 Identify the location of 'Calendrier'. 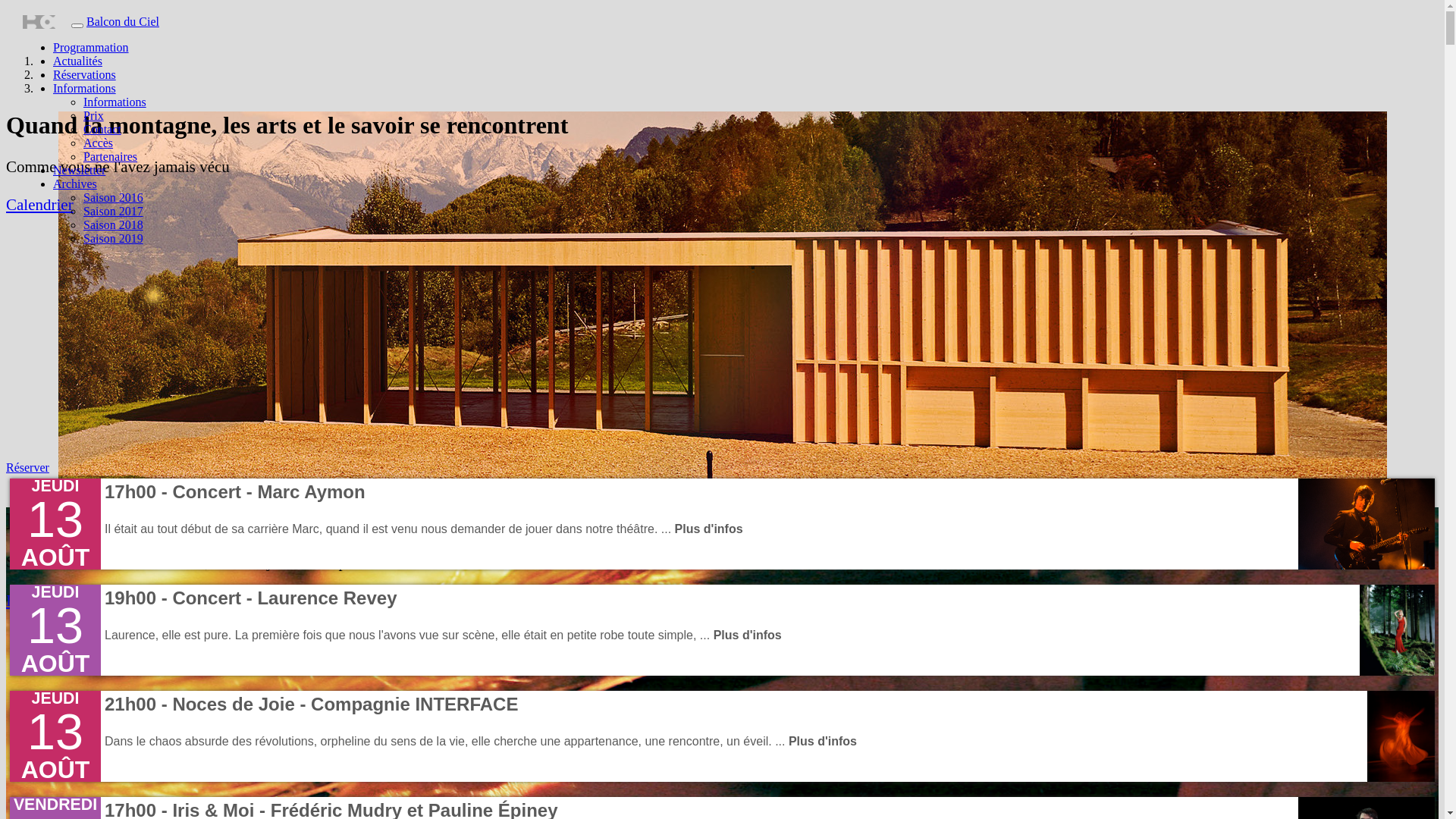
(39, 205).